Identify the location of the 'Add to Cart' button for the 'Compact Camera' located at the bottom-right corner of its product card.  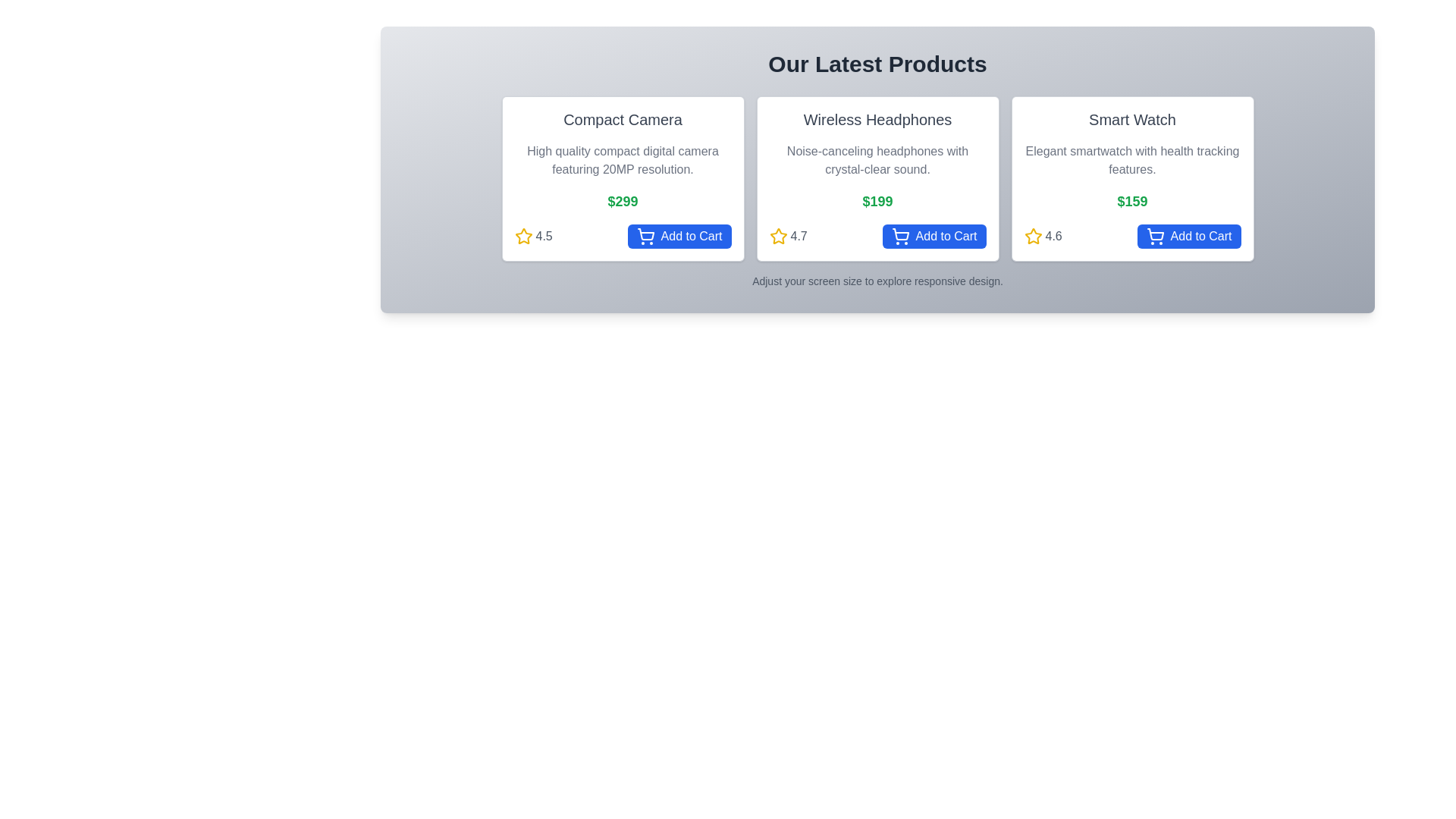
(679, 237).